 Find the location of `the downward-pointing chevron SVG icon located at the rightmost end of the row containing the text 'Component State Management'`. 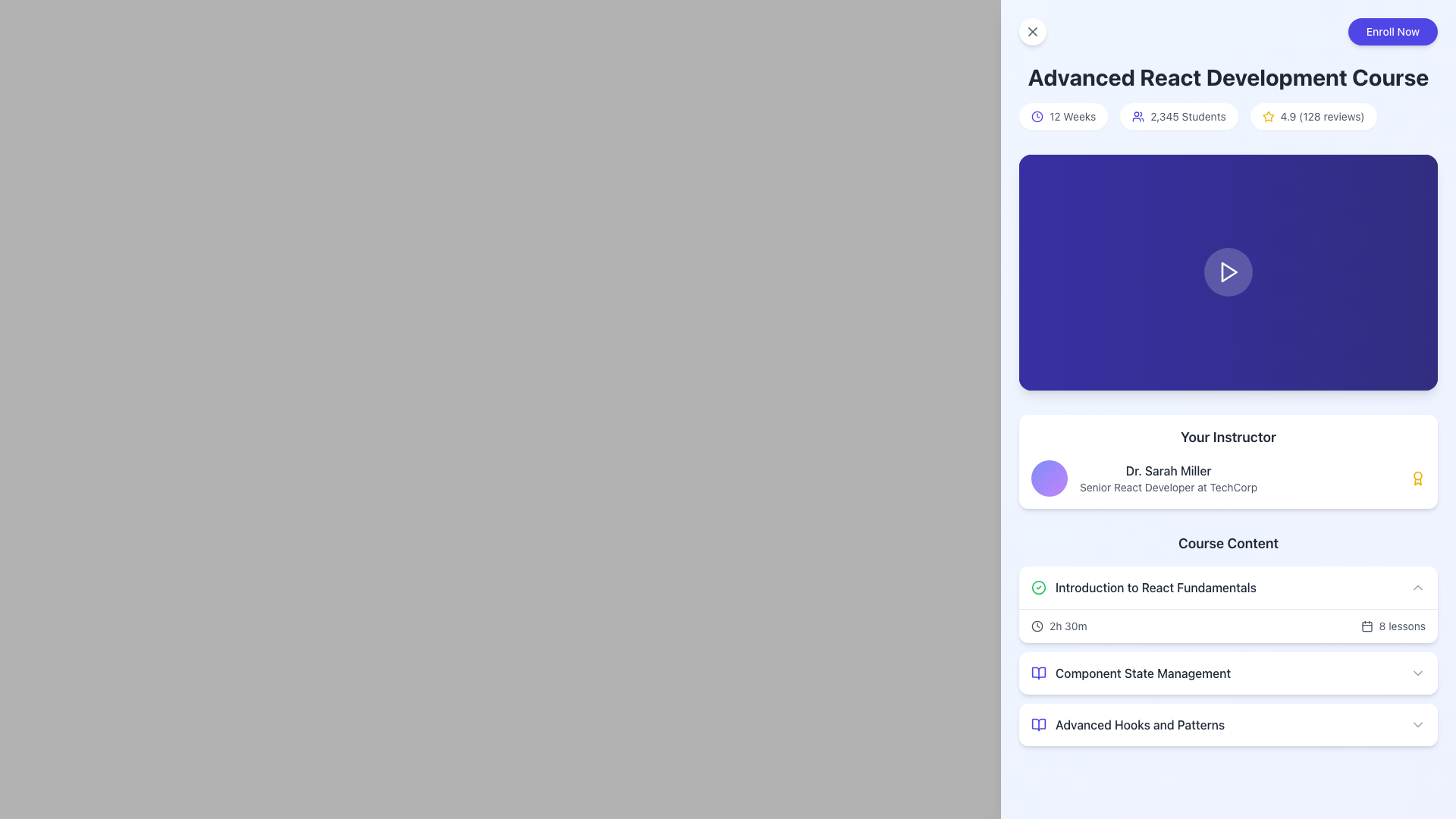

the downward-pointing chevron SVG icon located at the rightmost end of the row containing the text 'Component State Management' is located at coordinates (1417, 672).